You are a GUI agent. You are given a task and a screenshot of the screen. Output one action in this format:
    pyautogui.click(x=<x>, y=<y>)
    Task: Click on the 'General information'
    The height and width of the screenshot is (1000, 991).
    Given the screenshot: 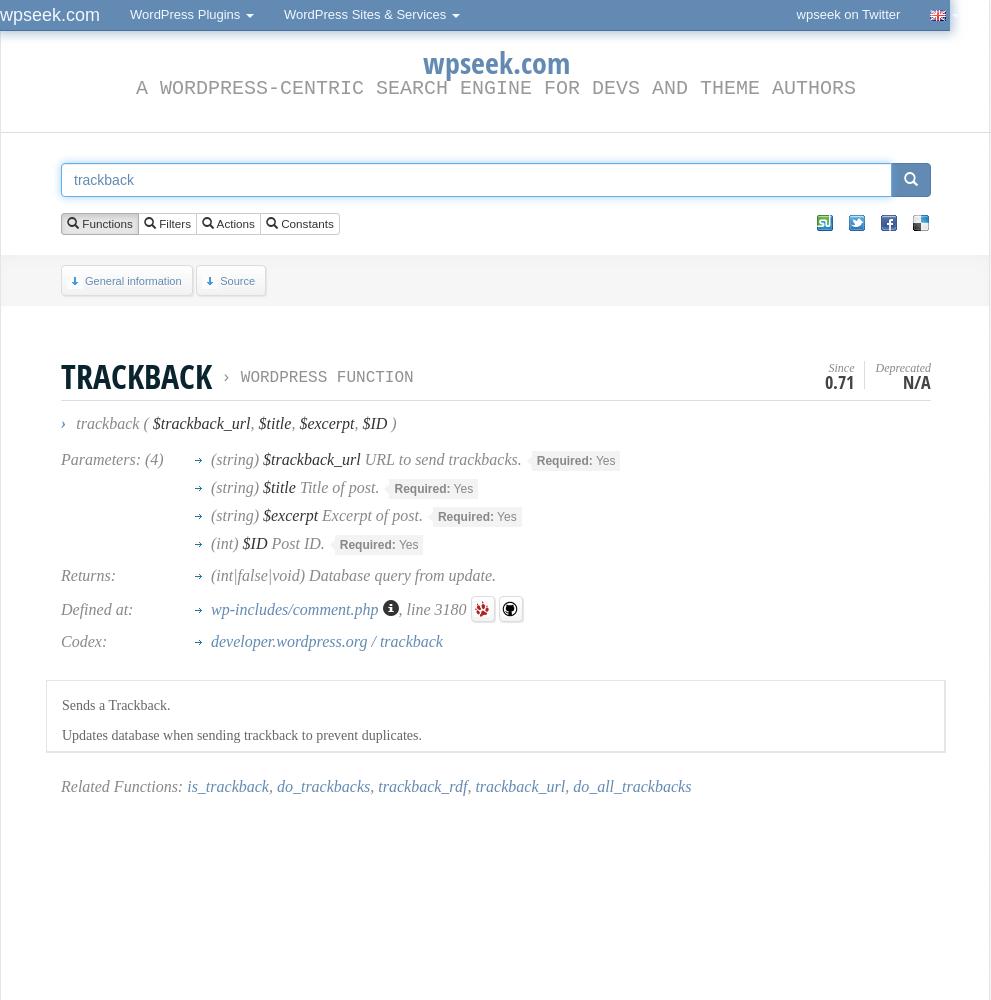 What is the action you would take?
    pyautogui.click(x=131, y=281)
    